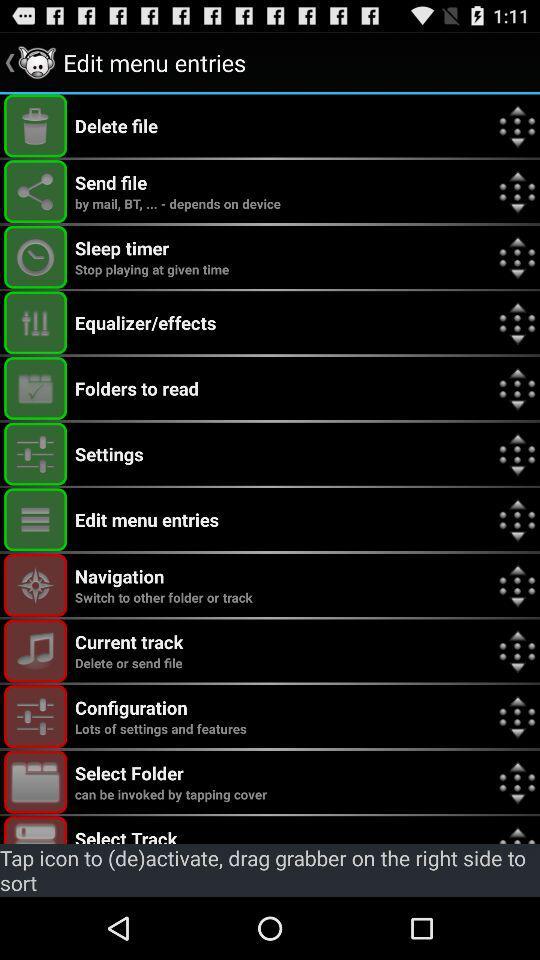 The width and height of the screenshot is (540, 960). I want to click on change menu settings, so click(35, 454).